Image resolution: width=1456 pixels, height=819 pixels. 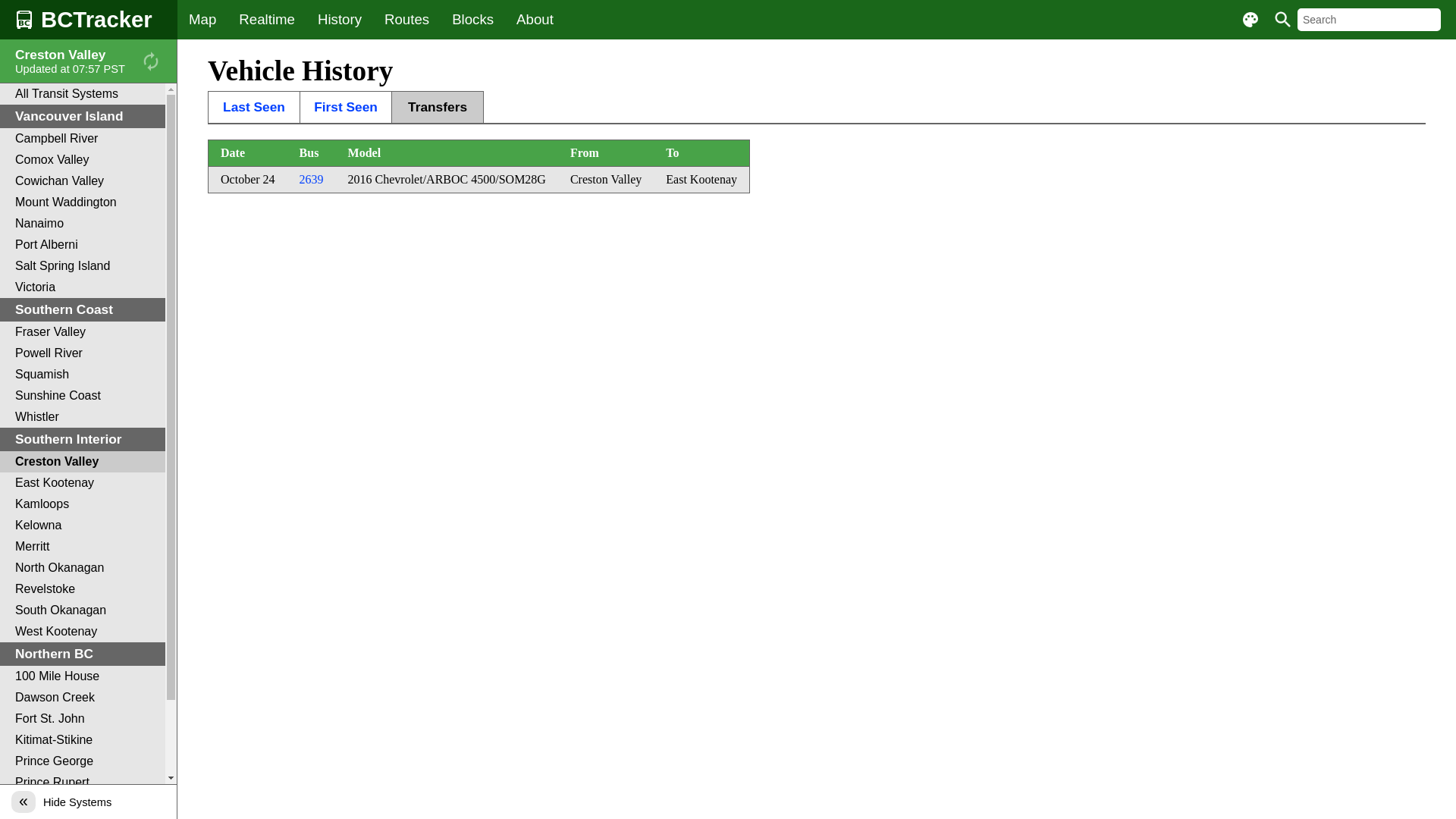 I want to click on 'Dawson Creek', so click(x=82, y=698).